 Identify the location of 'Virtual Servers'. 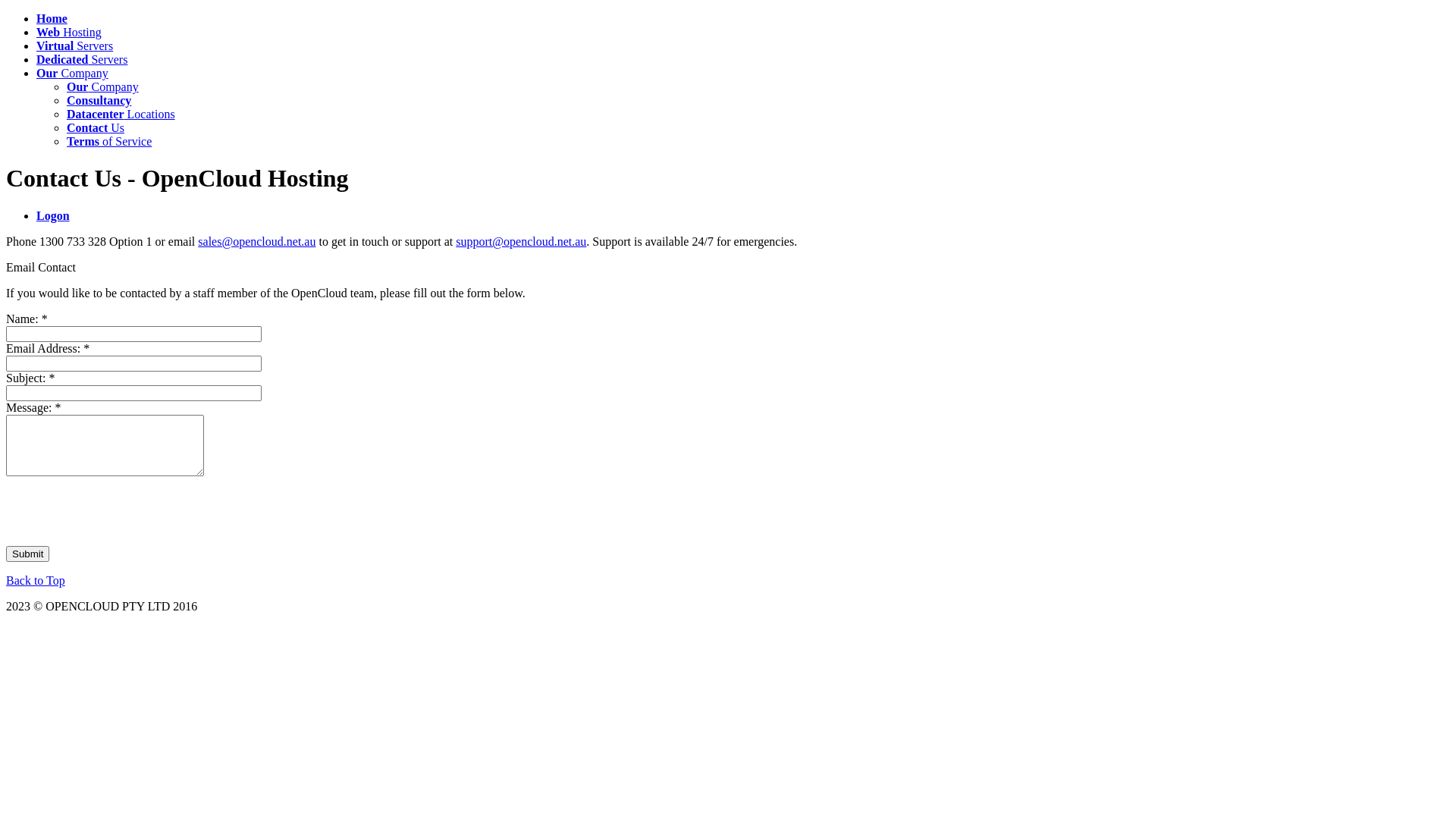
(74, 45).